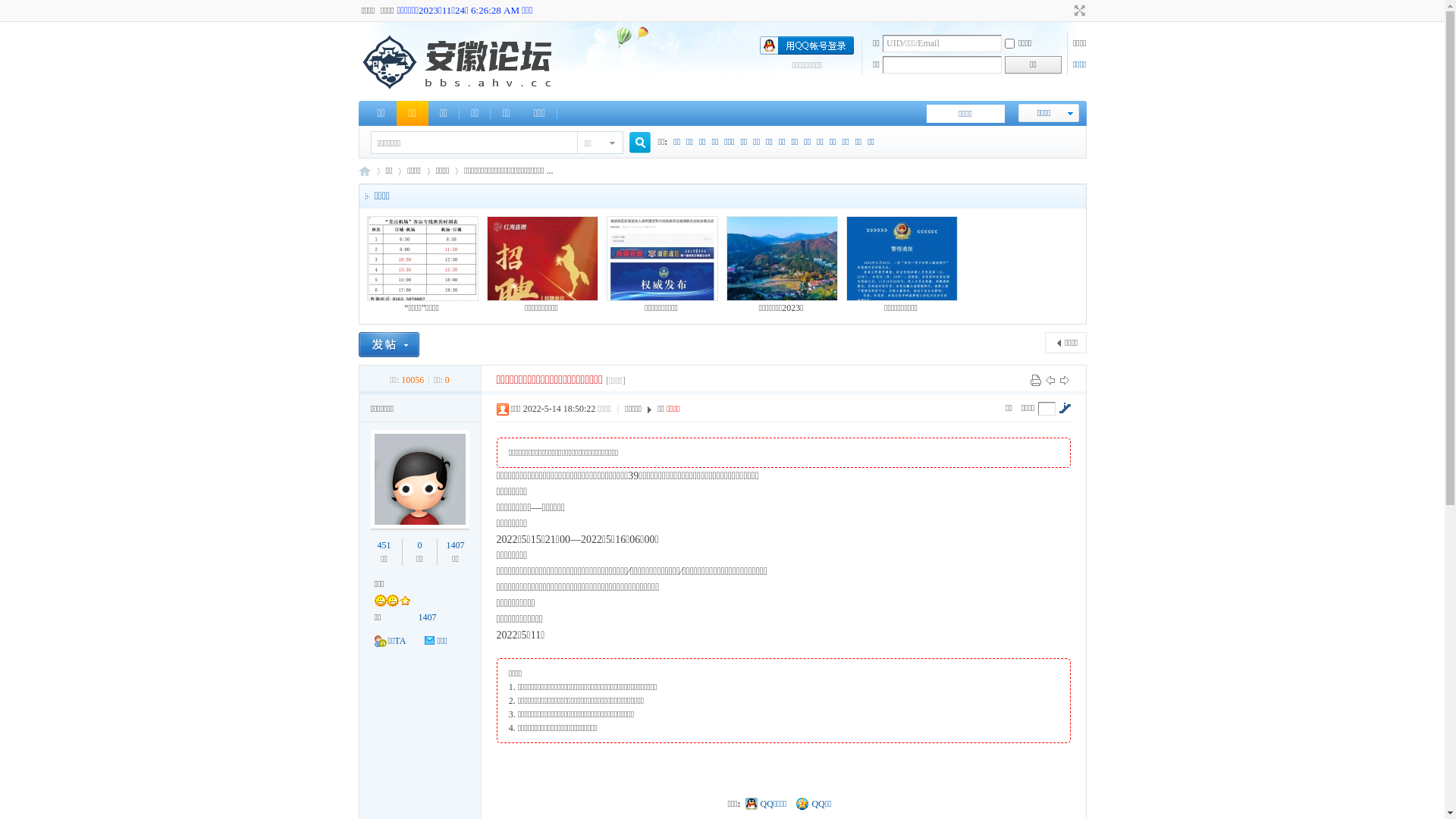 Image resolution: width=1456 pixels, height=819 pixels. What do you see at coordinates (384, 544) in the screenshot?
I see `'451'` at bounding box center [384, 544].